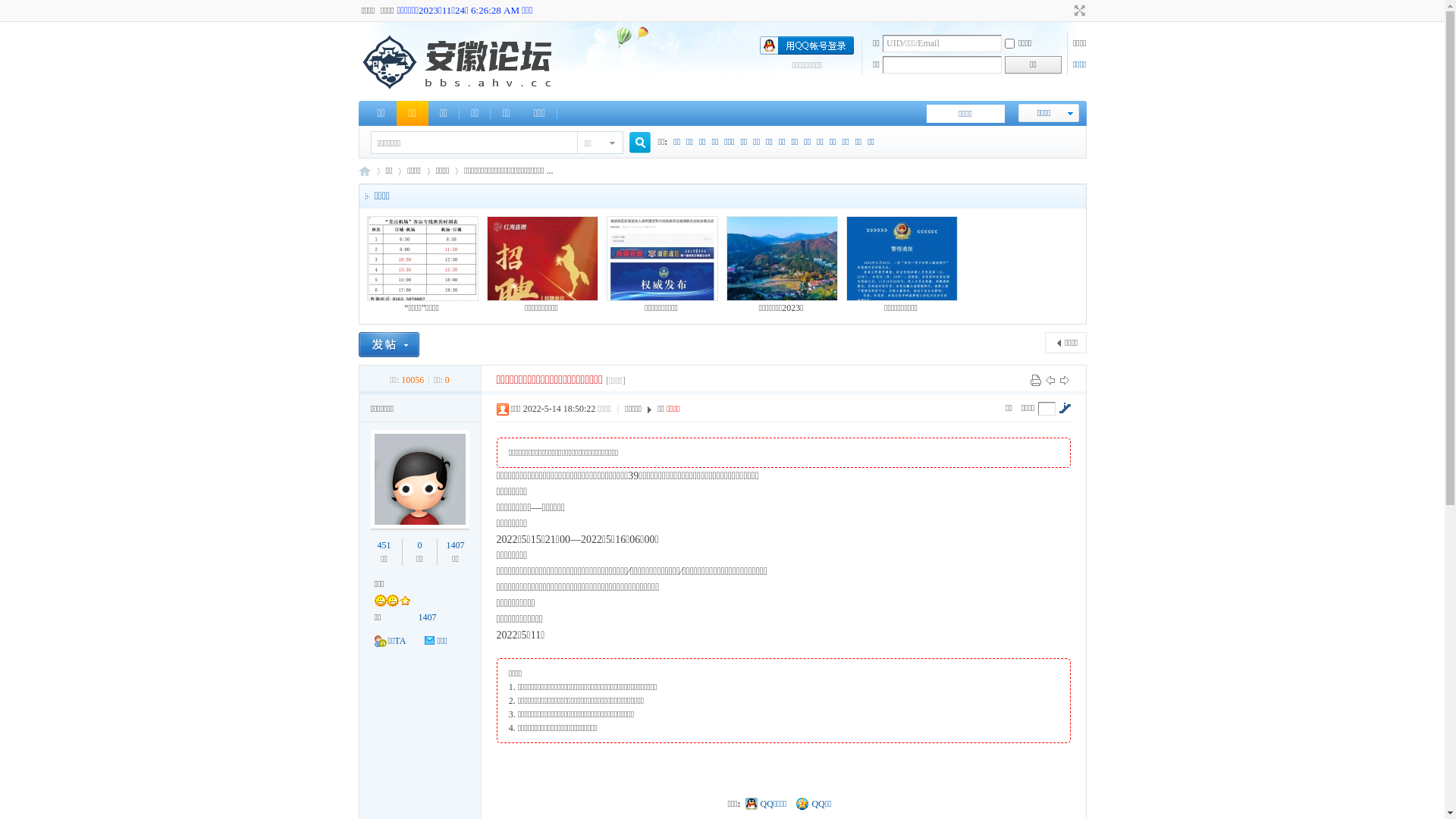 Image resolution: width=1456 pixels, height=819 pixels. What do you see at coordinates (384, 544) in the screenshot?
I see `'451'` at bounding box center [384, 544].